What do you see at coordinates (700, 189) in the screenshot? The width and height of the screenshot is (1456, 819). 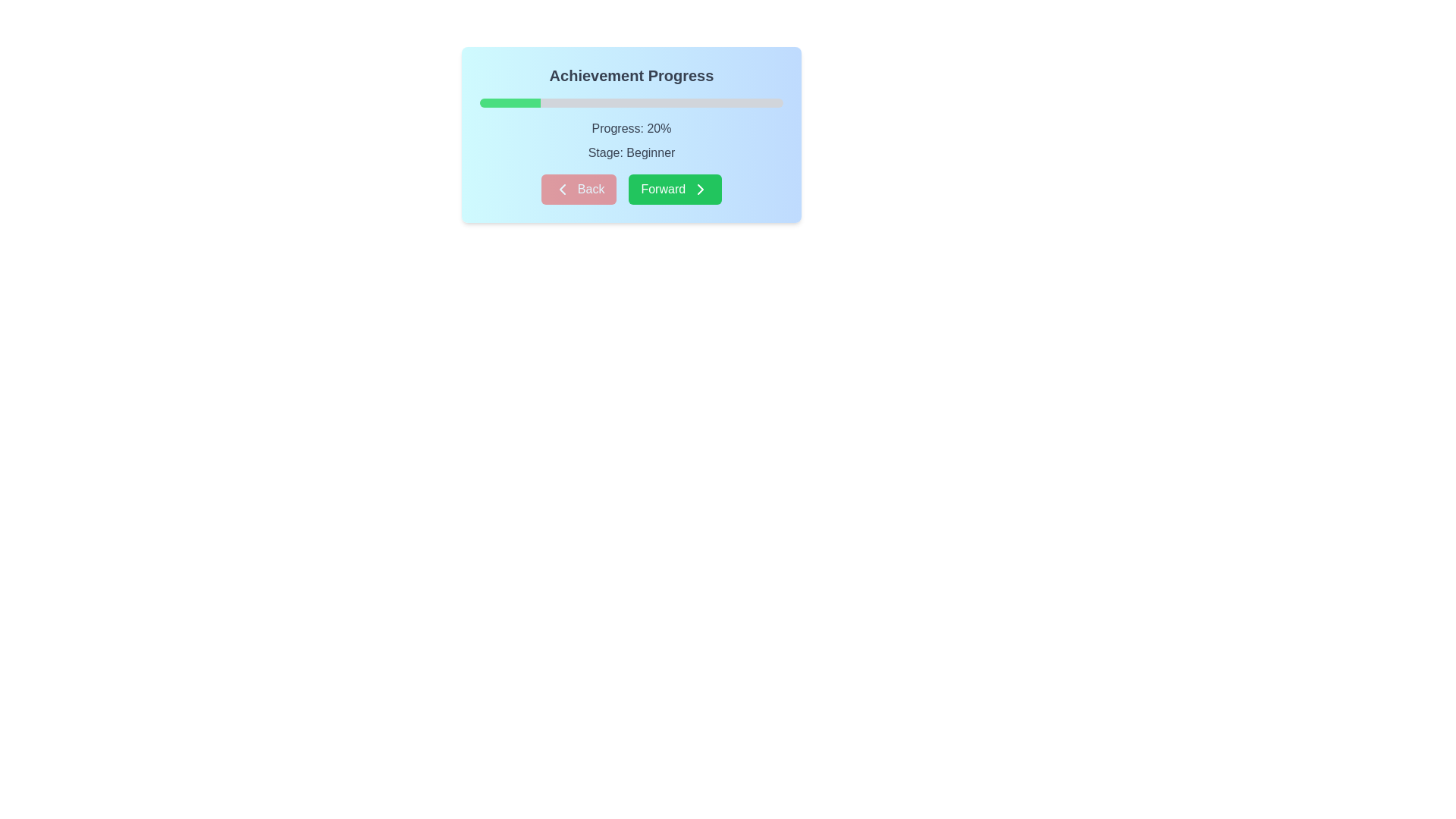 I see `the right-pointing chevron icon with a green background, located to the right of the 'Forward' text` at bounding box center [700, 189].